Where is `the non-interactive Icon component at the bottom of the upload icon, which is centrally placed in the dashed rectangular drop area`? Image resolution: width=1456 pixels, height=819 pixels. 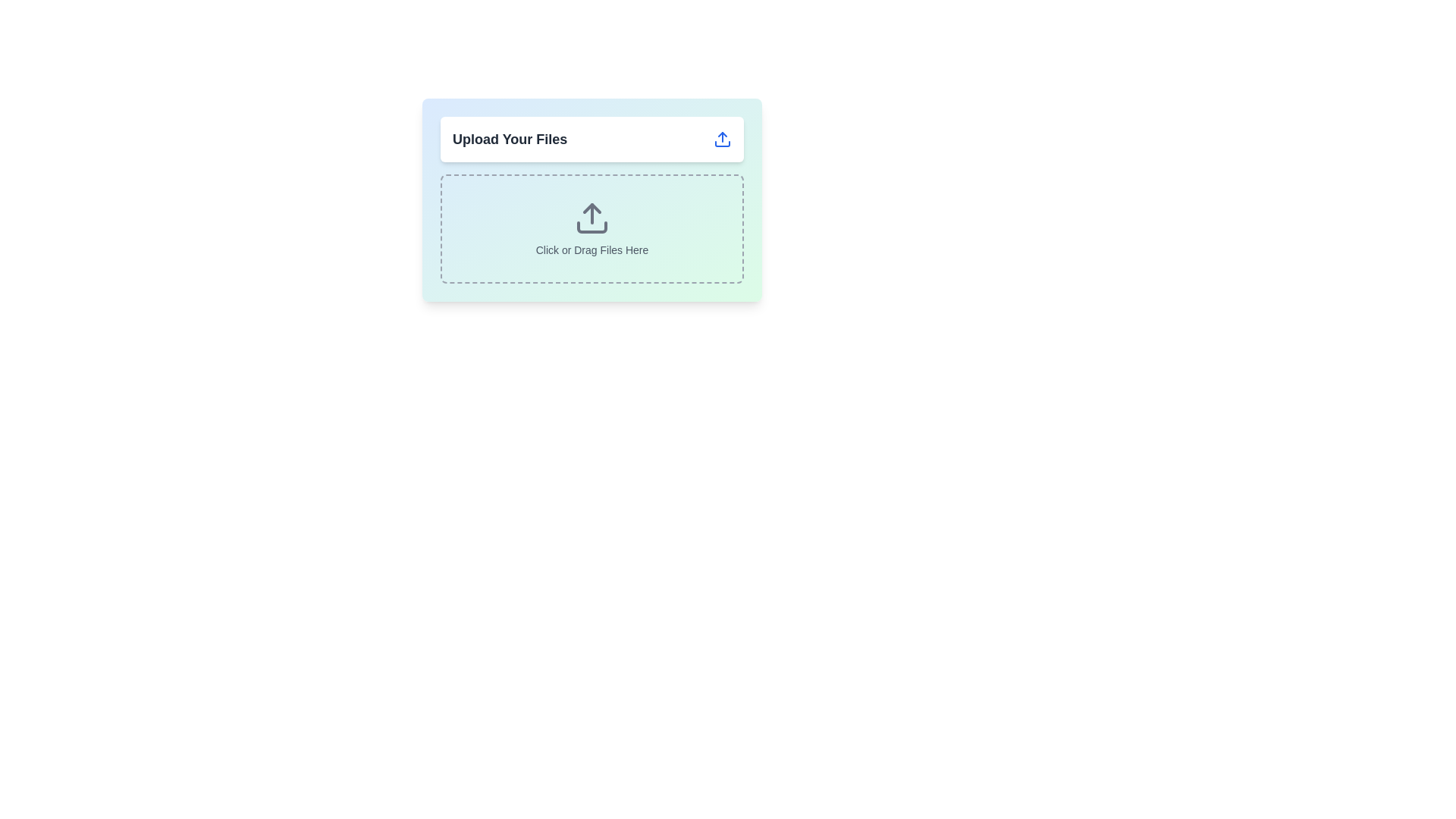
the non-interactive Icon component at the bottom of the upload icon, which is centrally placed in the dashed rectangular drop area is located at coordinates (591, 227).